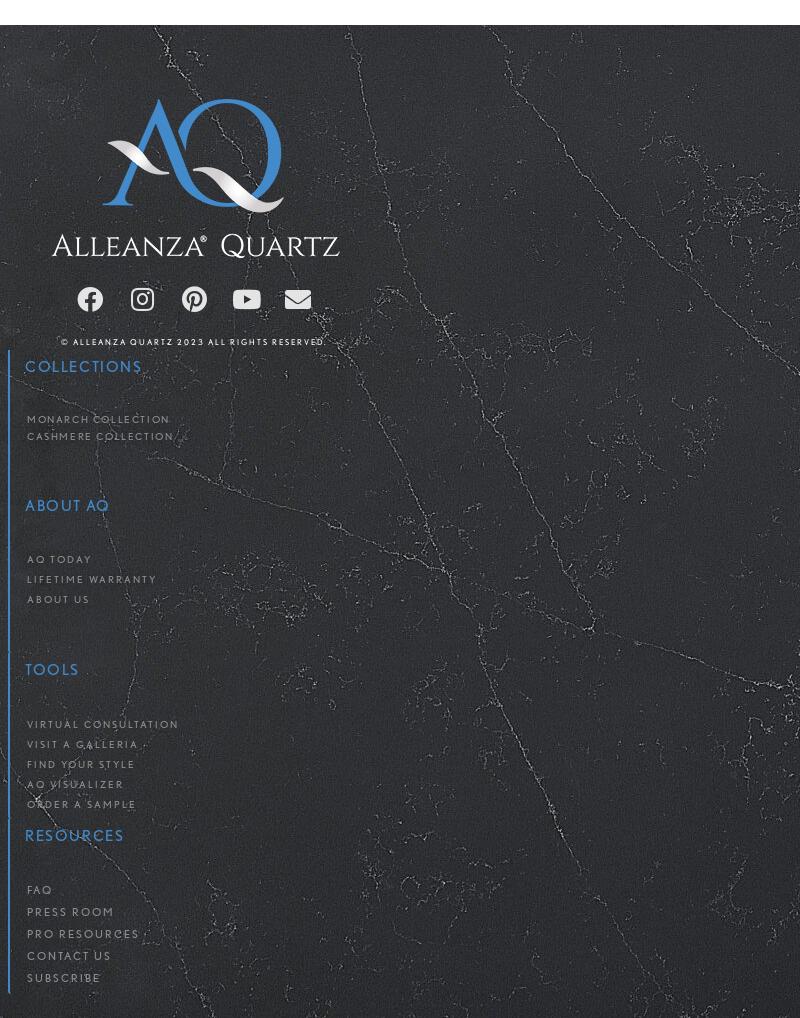  I want to click on 'CONTACT US', so click(69, 955).